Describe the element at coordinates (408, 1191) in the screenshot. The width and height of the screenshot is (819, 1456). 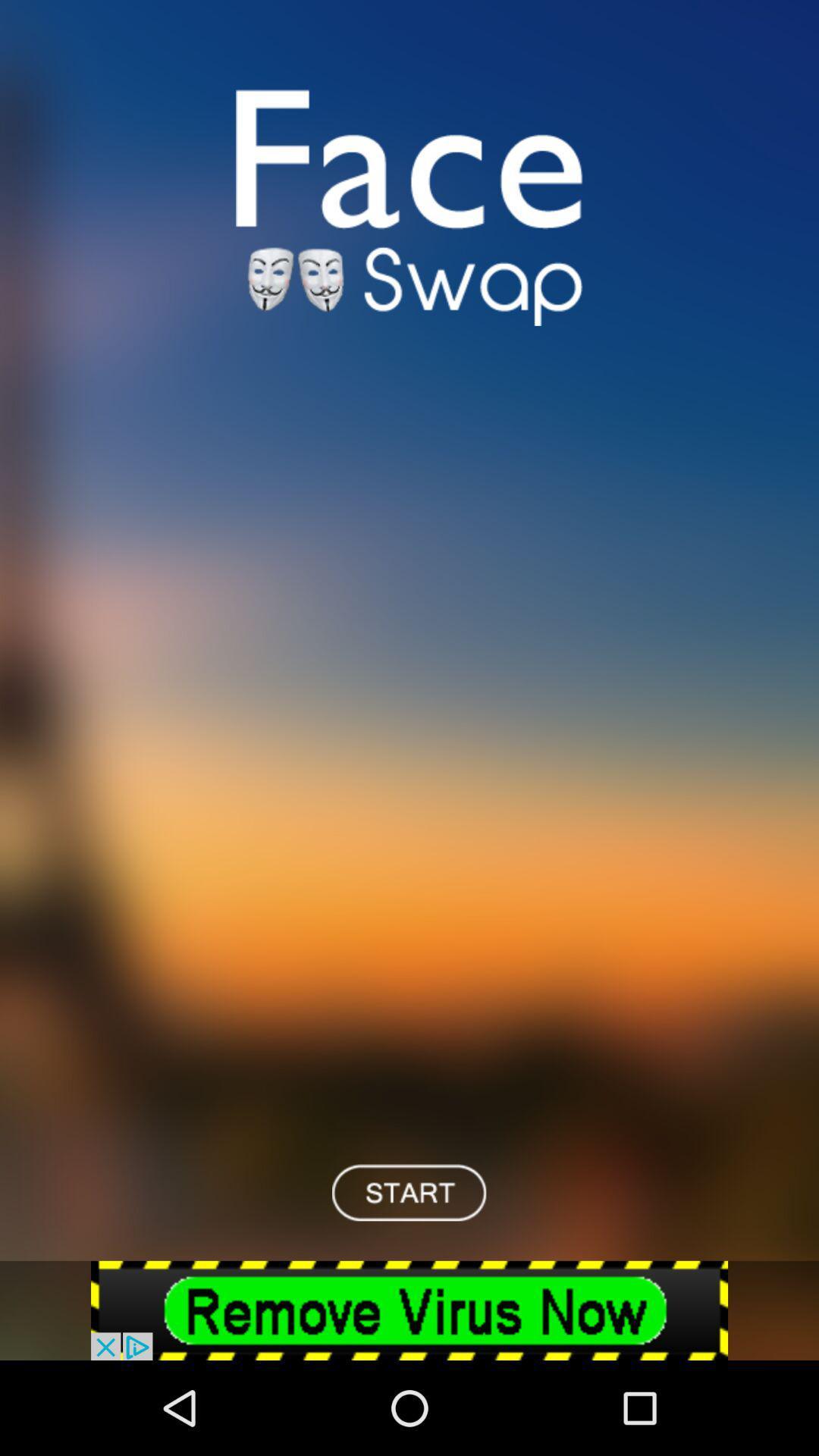
I see `play` at that location.